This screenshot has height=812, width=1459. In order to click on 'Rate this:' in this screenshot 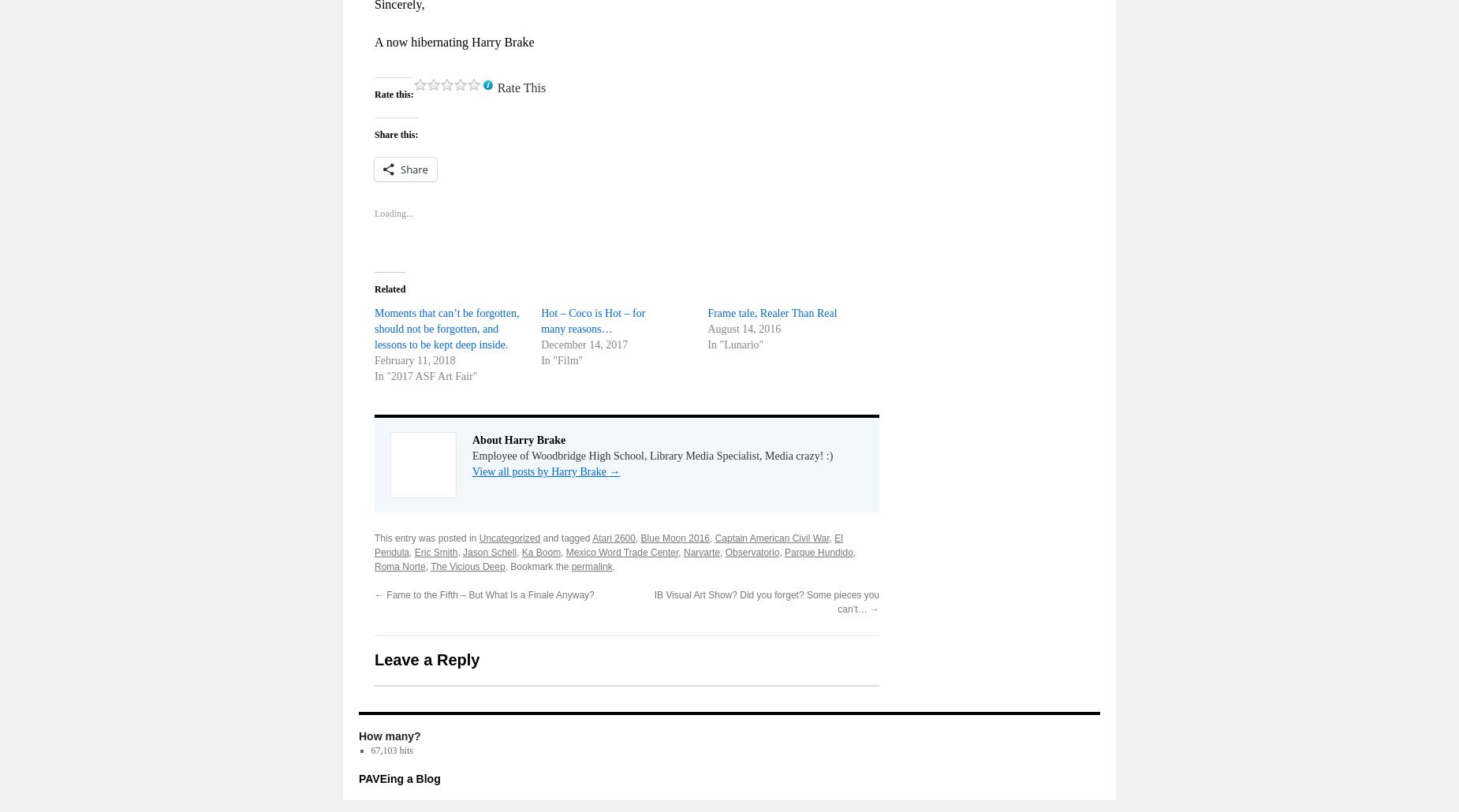, I will do `click(394, 92)`.